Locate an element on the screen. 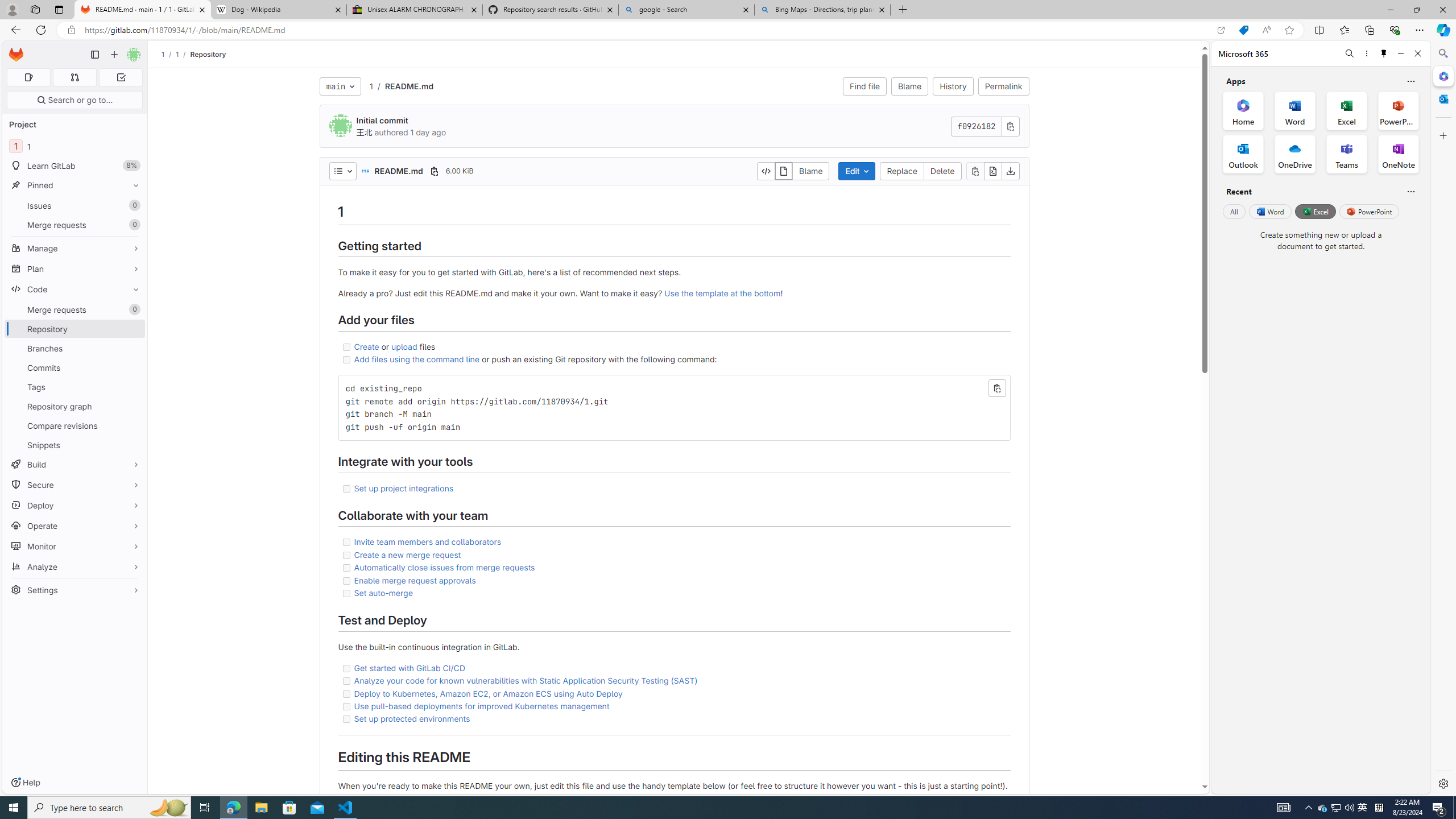 This screenshot has width=1456, height=819. '/README.md' is located at coordinates (403, 85).